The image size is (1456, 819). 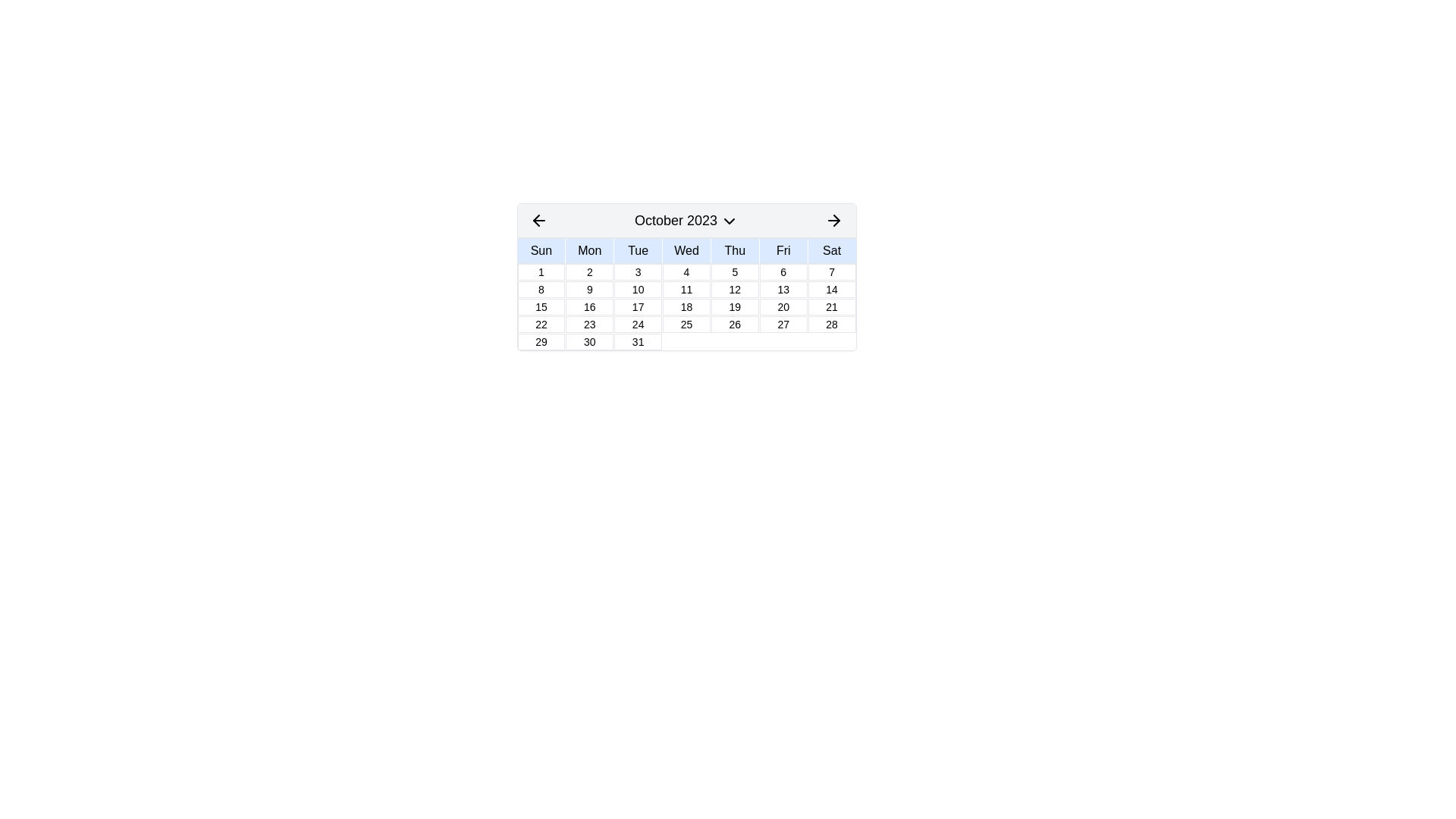 I want to click on the text element displaying the number '31' located in the sixth row under the 'Tue' column of the calendar grid, so click(x=638, y=342).